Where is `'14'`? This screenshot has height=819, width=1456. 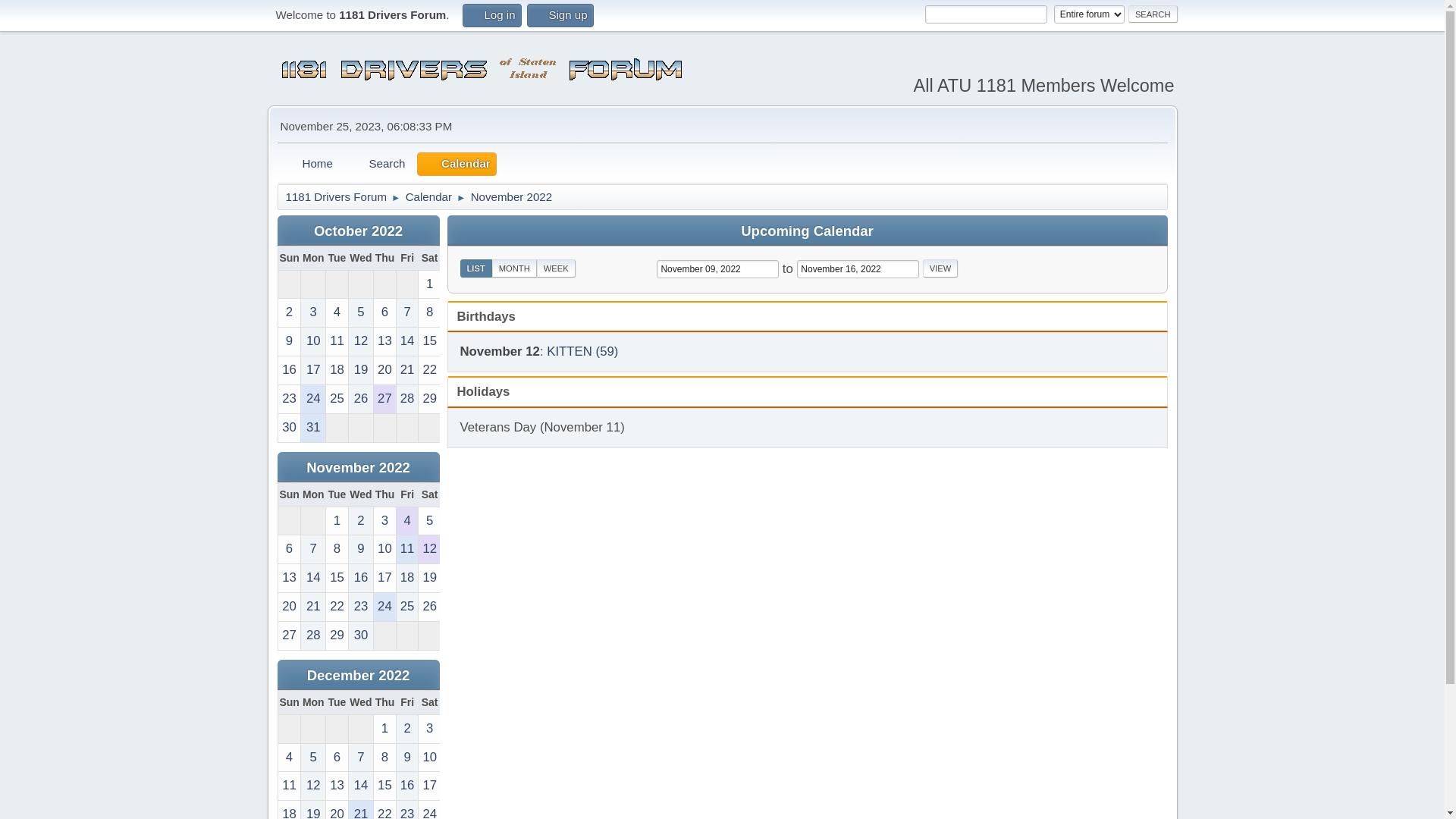 '14' is located at coordinates (348, 785).